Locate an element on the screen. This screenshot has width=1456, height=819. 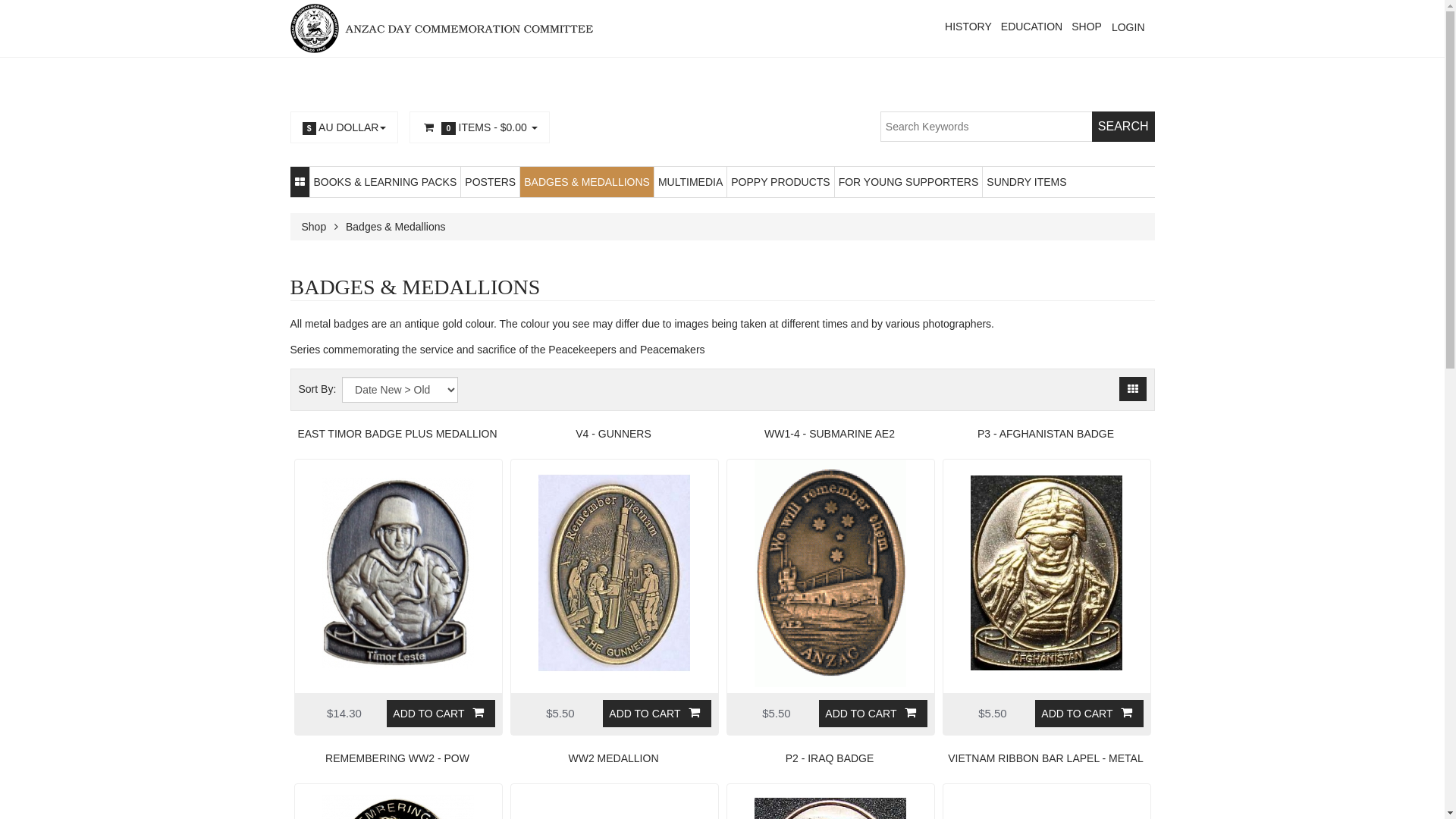
'SUNDRY ITEMS' is located at coordinates (1026, 180).